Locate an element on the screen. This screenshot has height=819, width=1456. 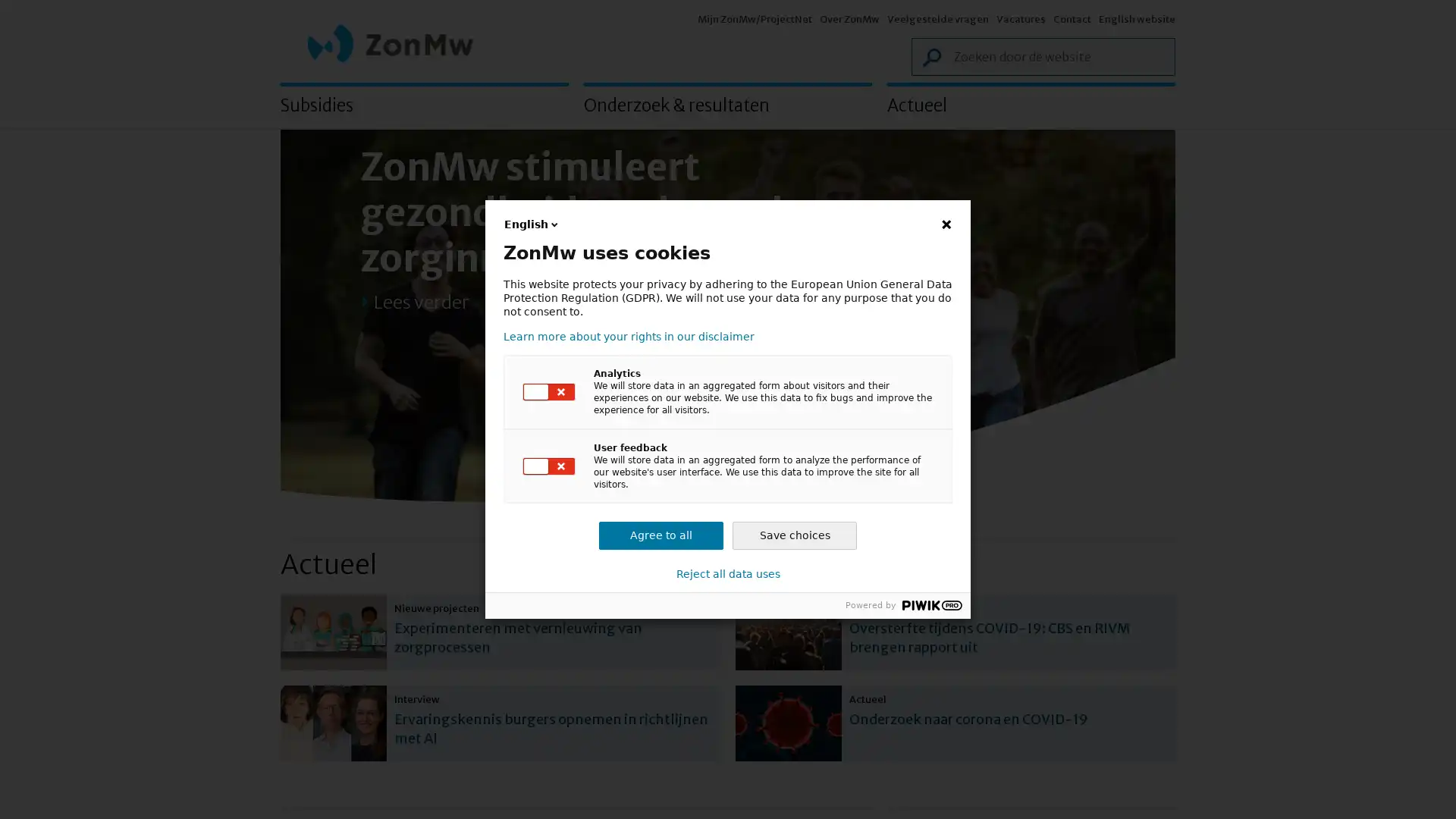
Zoek is located at coordinates (1165, 57).